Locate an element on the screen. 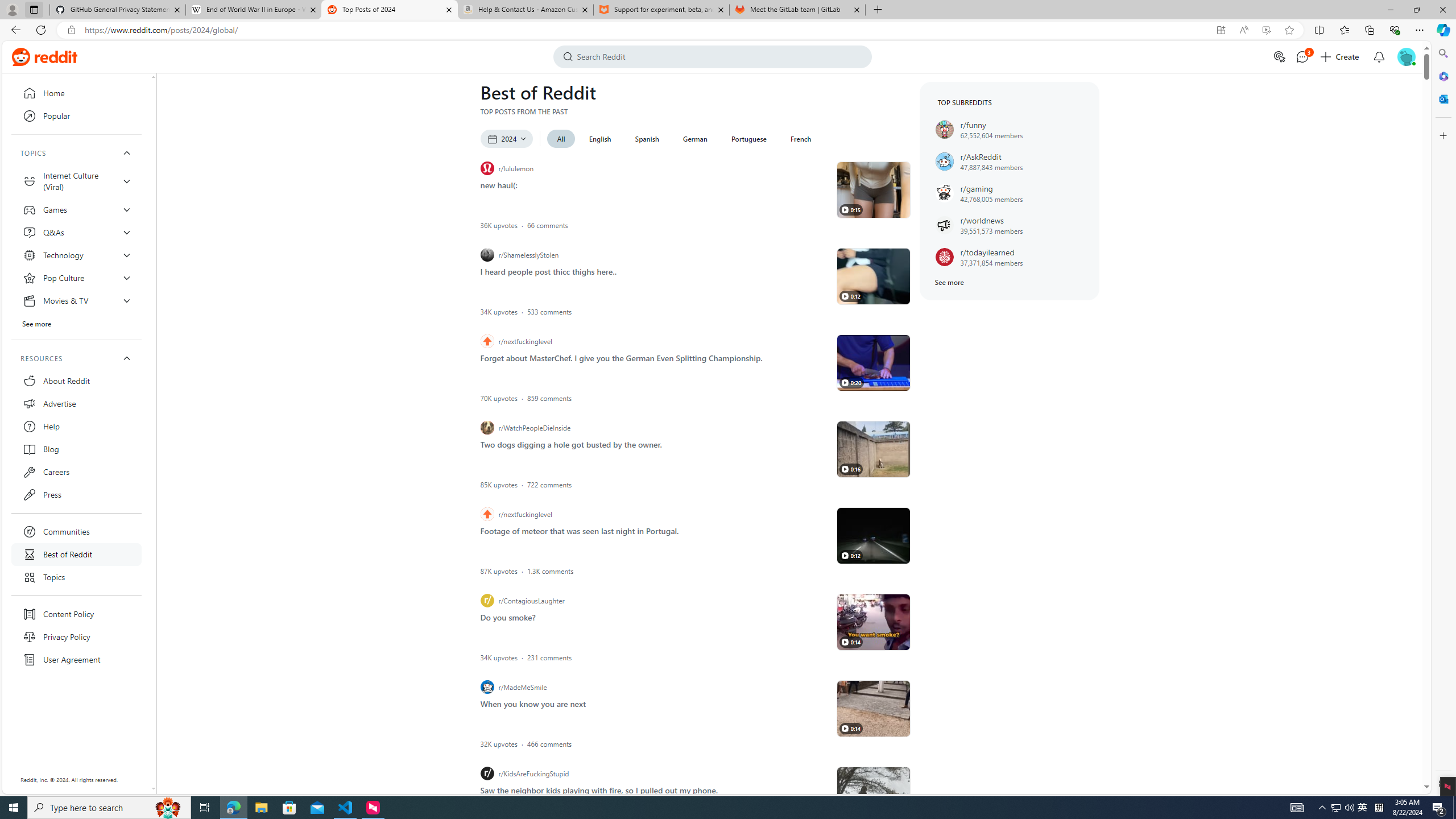 This screenshot has height=819, width=1456. 'r/gaming icon' is located at coordinates (944, 192).